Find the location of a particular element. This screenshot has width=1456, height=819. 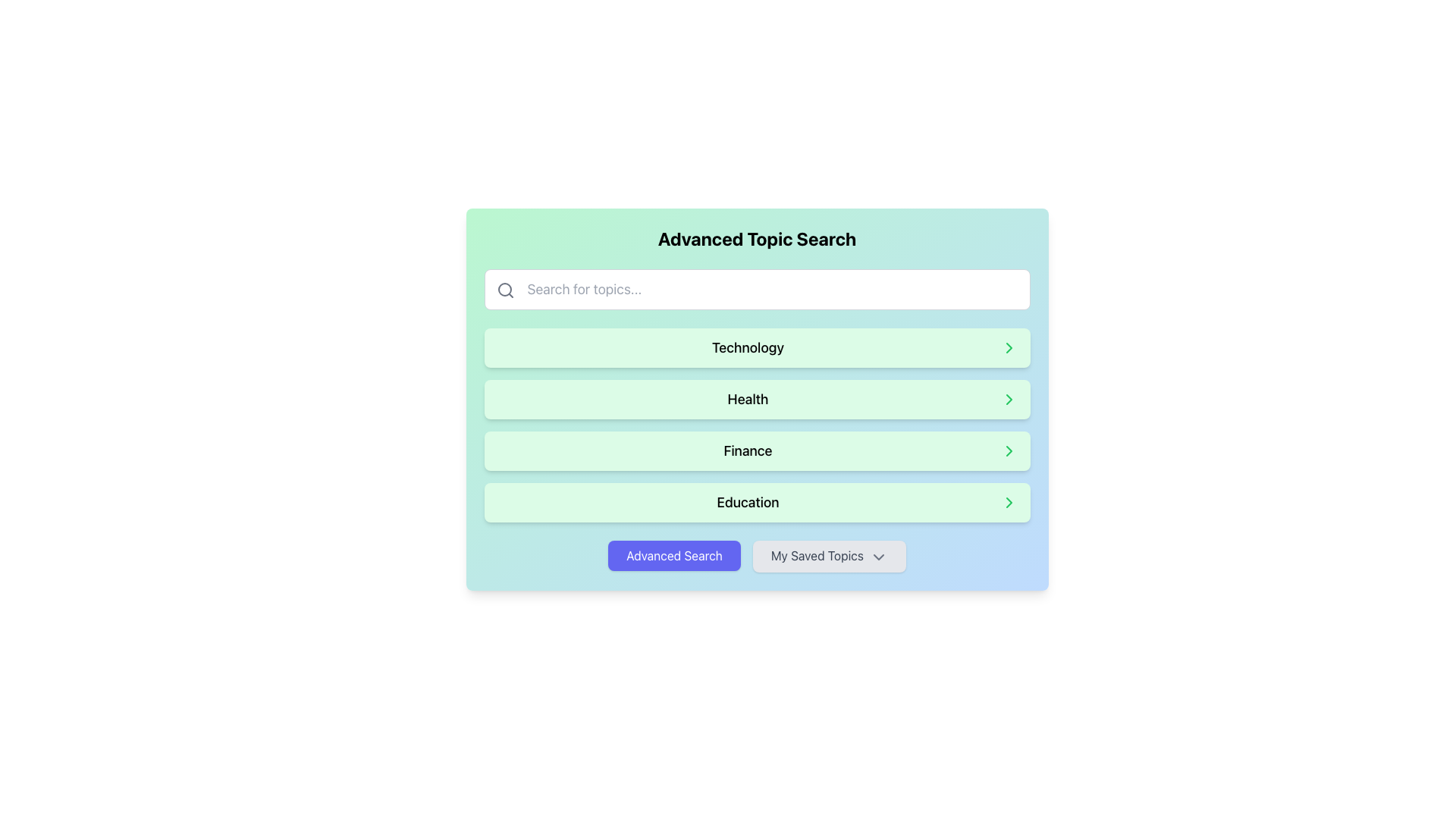

the small circular SVG element that is part of the search icon, positioned to the left of the search input field is located at coordinates (504, 289).